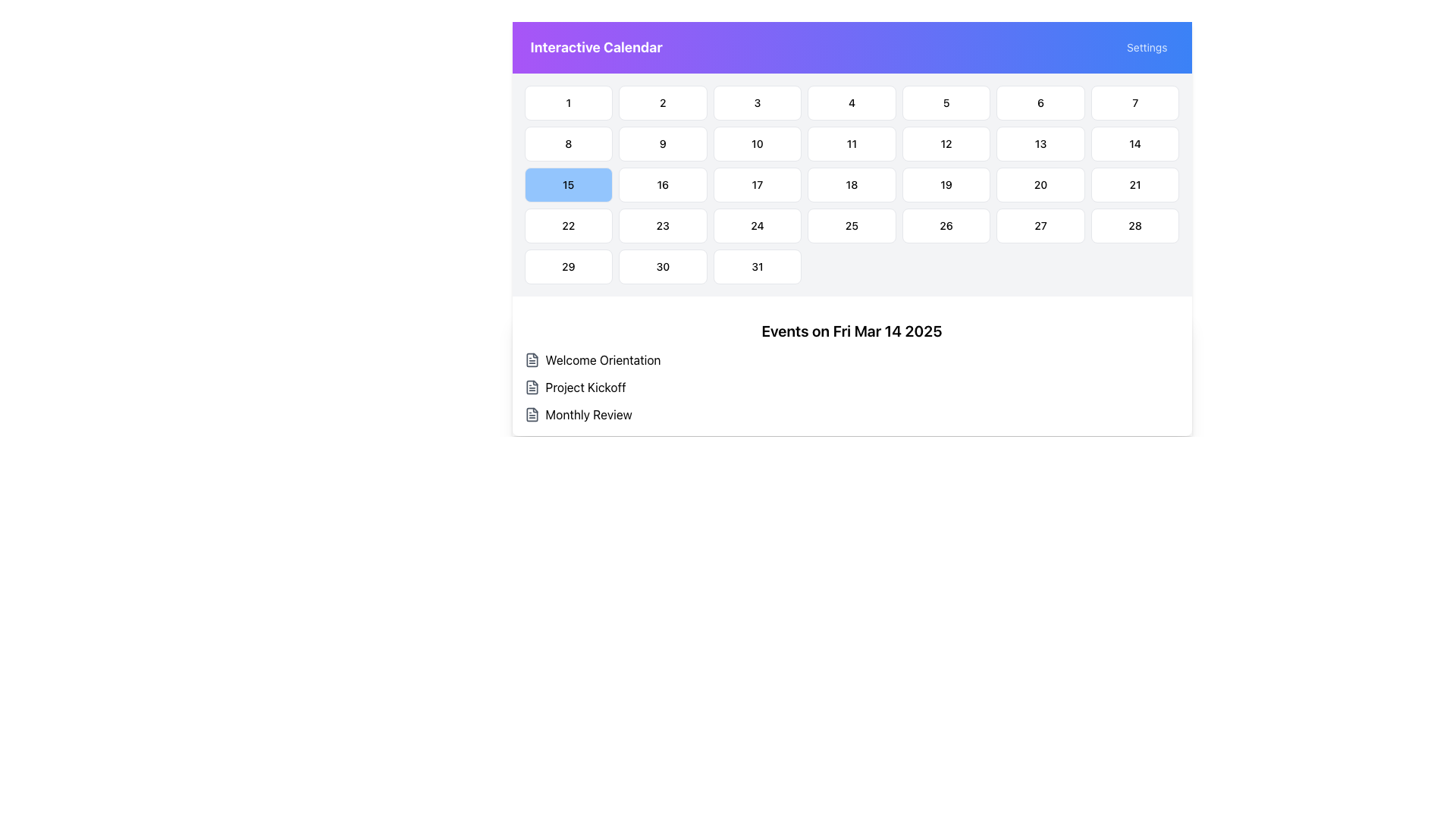  What do you see at coordinates (532, 386) in the screenshot?
I see `the icon associated with the text label 'Project Kickoff', which is the second item in the list under 'Events on Fri Mar 14 2025'` at bounding box center [532, 386].